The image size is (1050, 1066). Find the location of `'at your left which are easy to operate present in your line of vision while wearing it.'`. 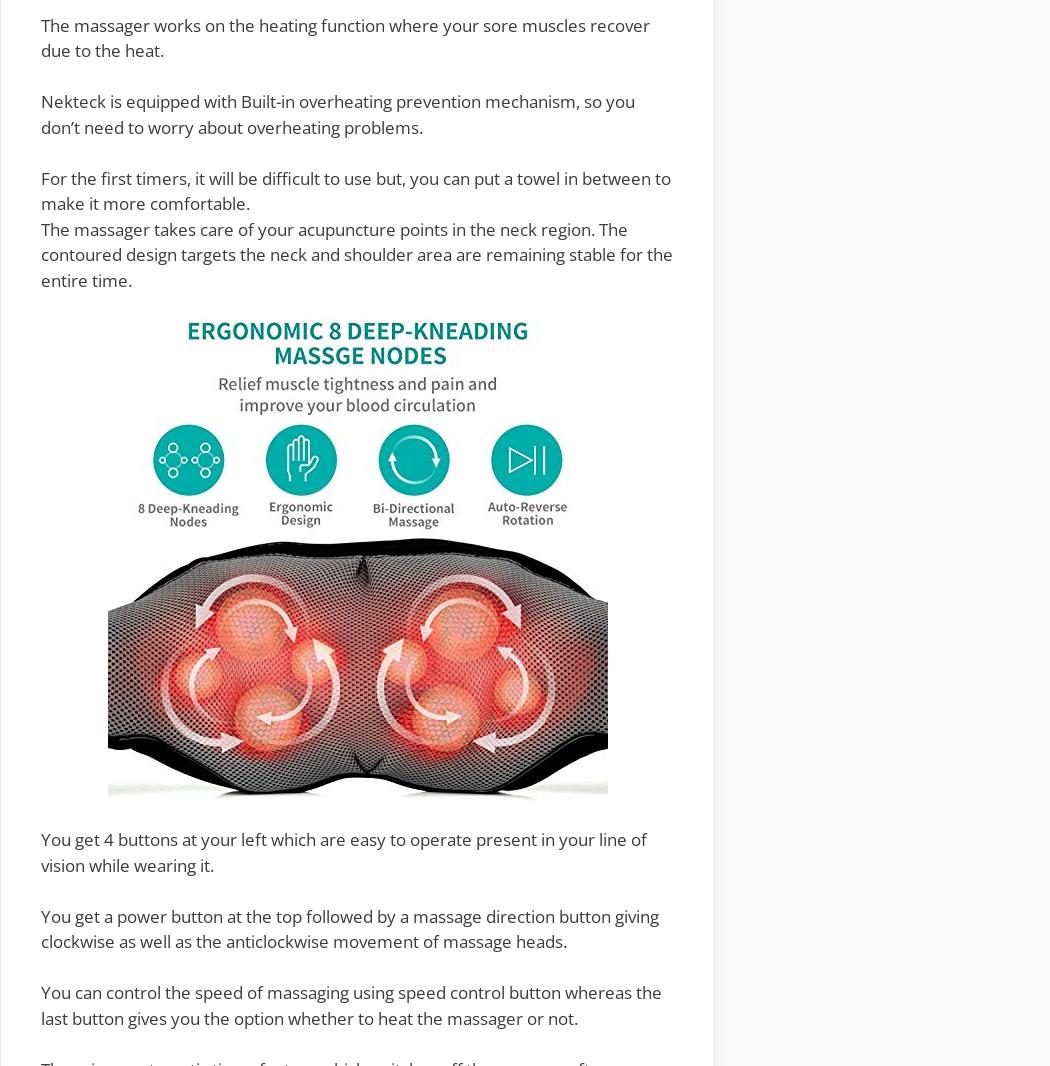

'at your left which are easy to operate present in your line of vision while wearing it.' is located at coordinates (342, 851).